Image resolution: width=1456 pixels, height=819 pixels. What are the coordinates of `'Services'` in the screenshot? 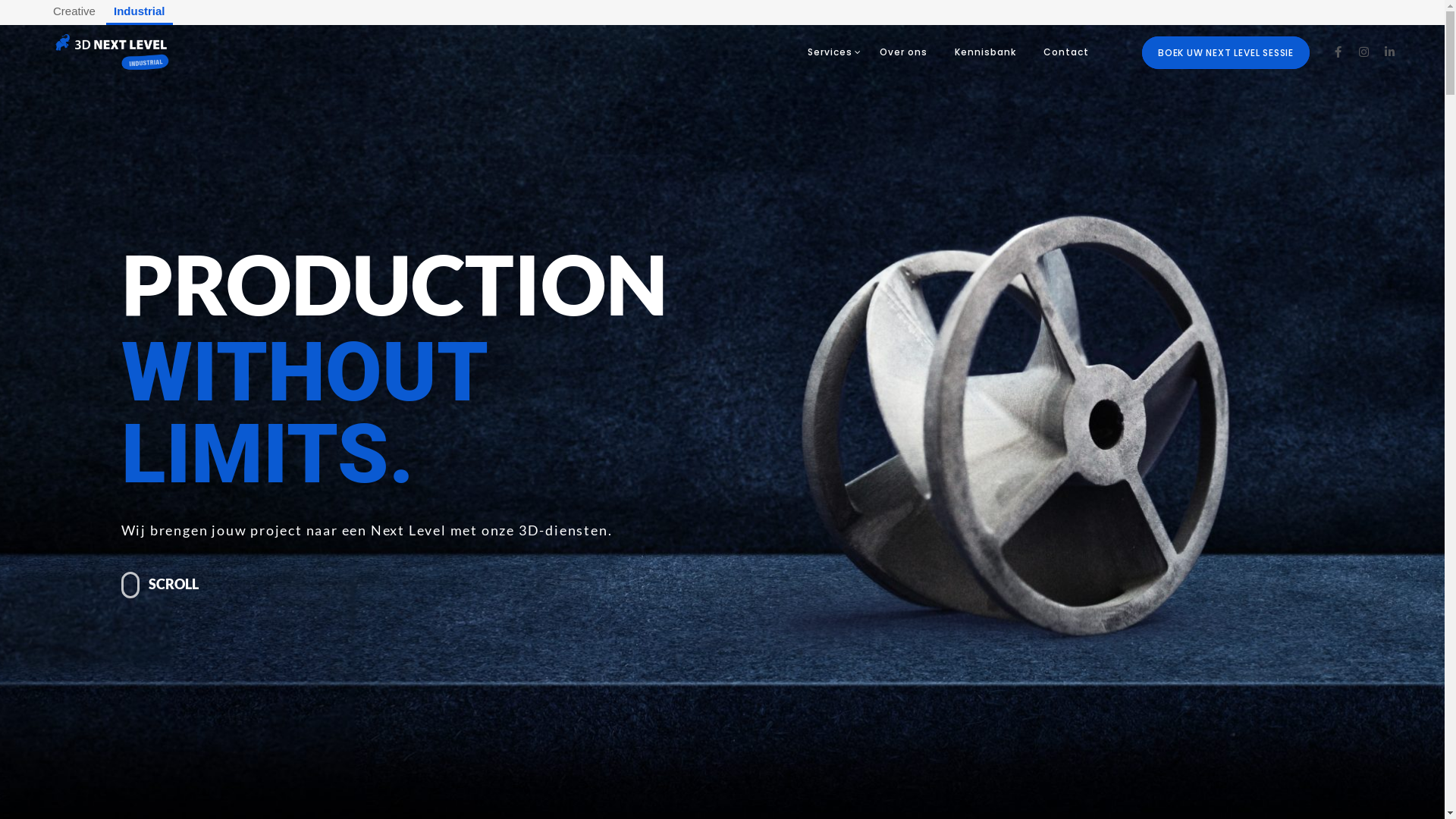 It's located at (829, 51).